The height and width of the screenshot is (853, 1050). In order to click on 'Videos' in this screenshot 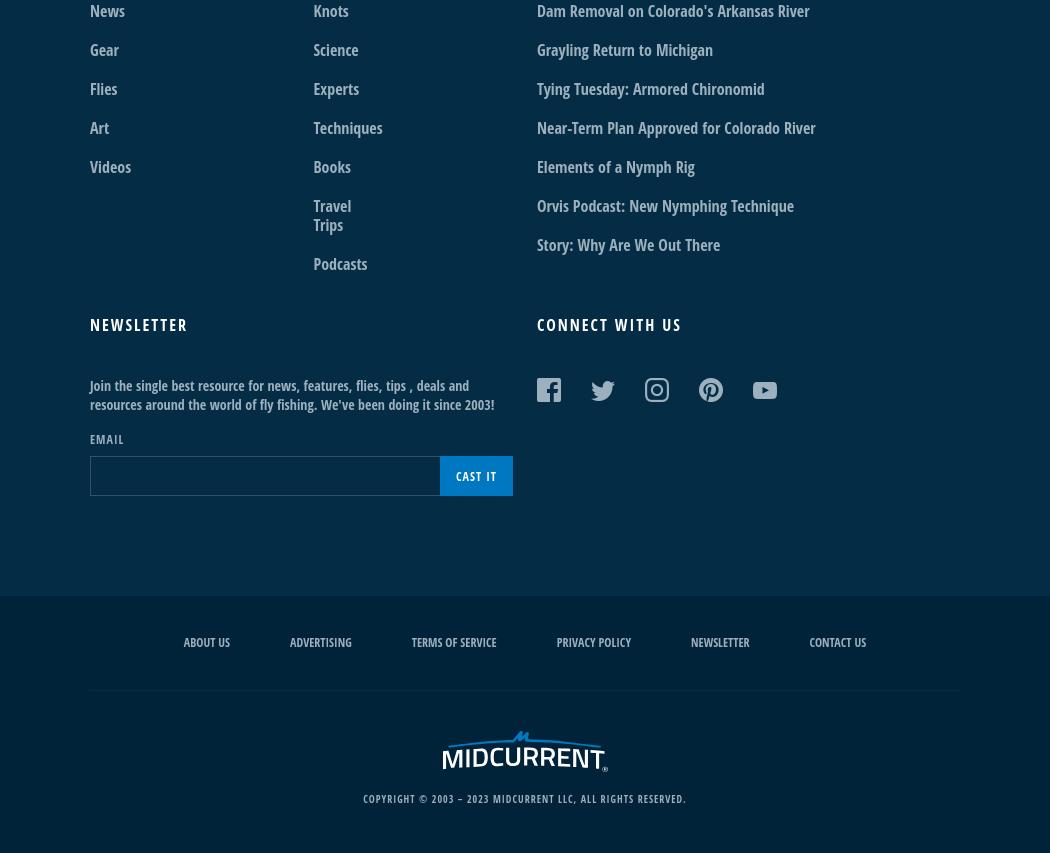, I will do `click(110, 167)`.